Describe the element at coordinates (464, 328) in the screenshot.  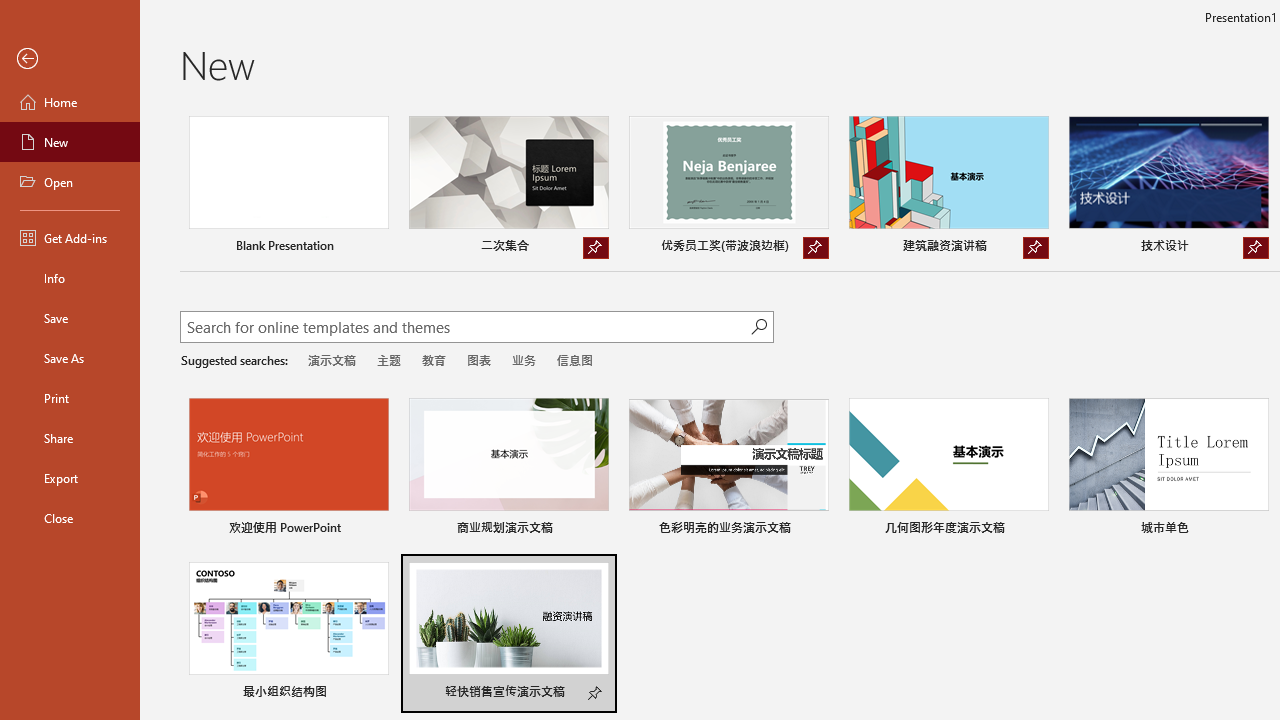
I see `'Search for online templates and themes'` at that location.